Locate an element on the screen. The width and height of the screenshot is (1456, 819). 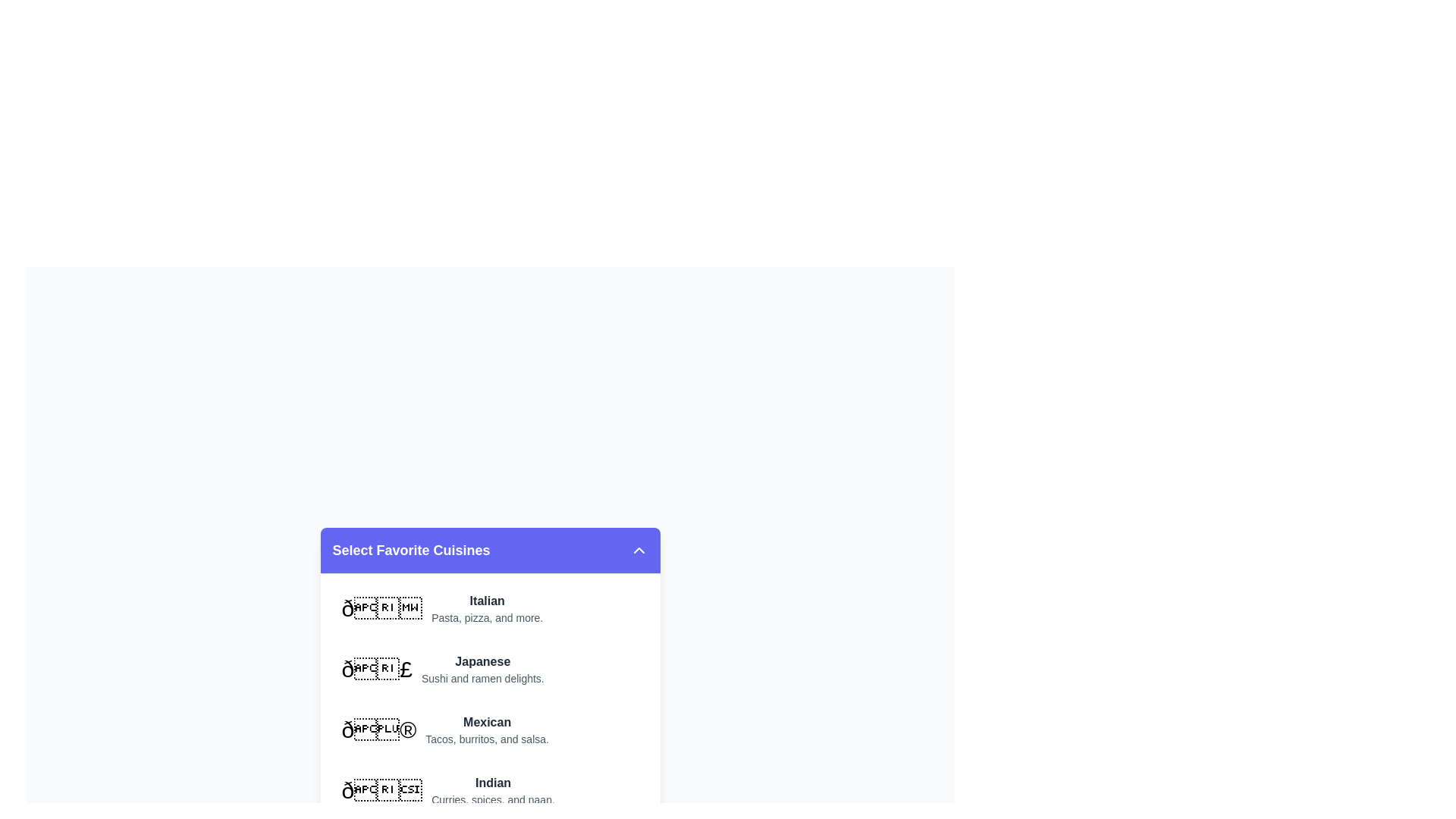
to select the 'Mexican' cuisine option, which is the third item in the list, featuring a bold label and a description about tacos, burritos, and salsa is located at coordinates (490, 729).